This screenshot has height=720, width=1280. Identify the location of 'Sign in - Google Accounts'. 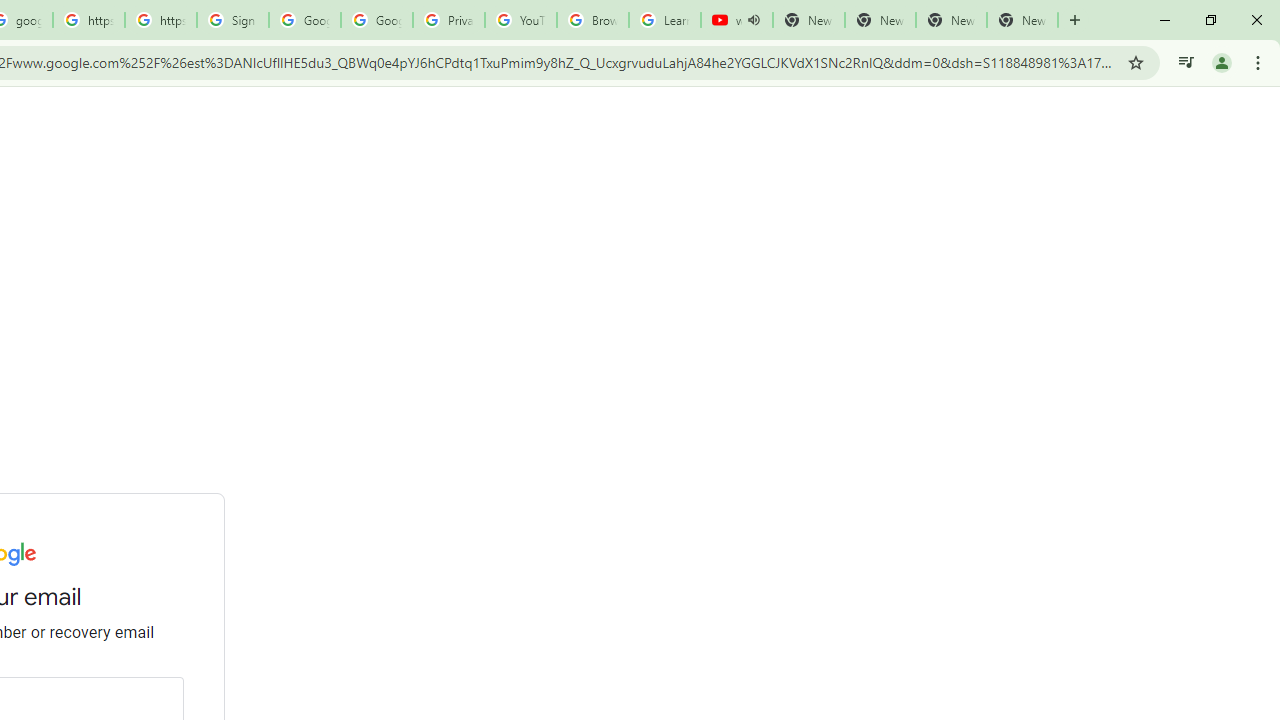
(232, 20).